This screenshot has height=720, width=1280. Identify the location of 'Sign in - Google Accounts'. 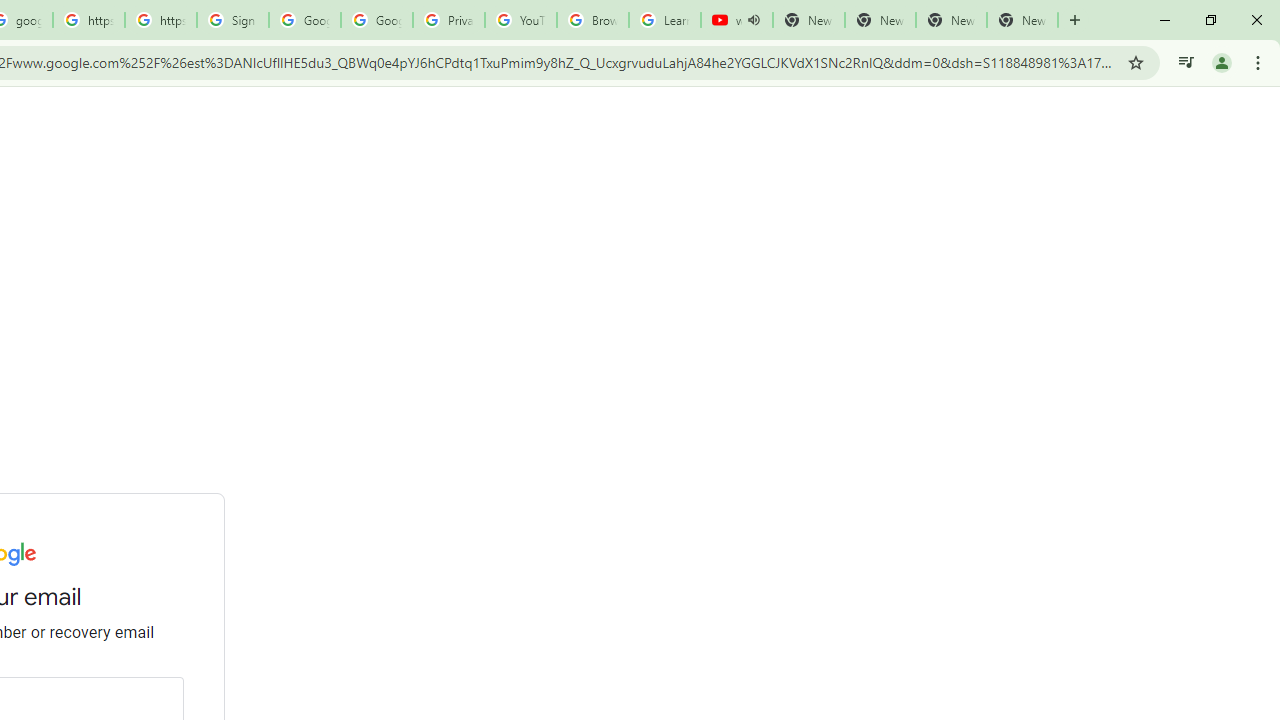
(232, 20).